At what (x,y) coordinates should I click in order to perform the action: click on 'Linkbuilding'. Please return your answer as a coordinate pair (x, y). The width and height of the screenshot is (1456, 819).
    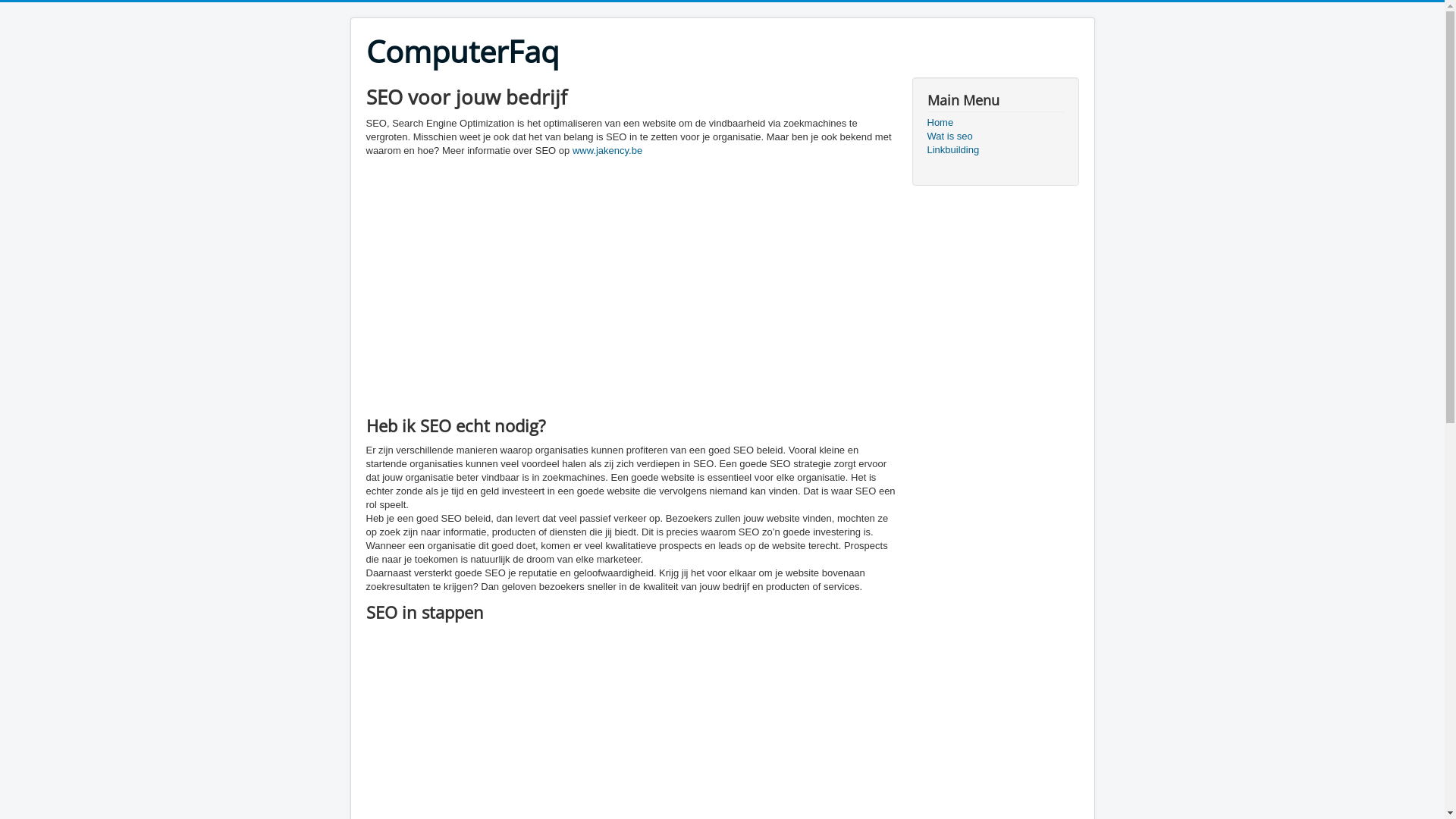
    Looking at the image, I should click on (994, 149).